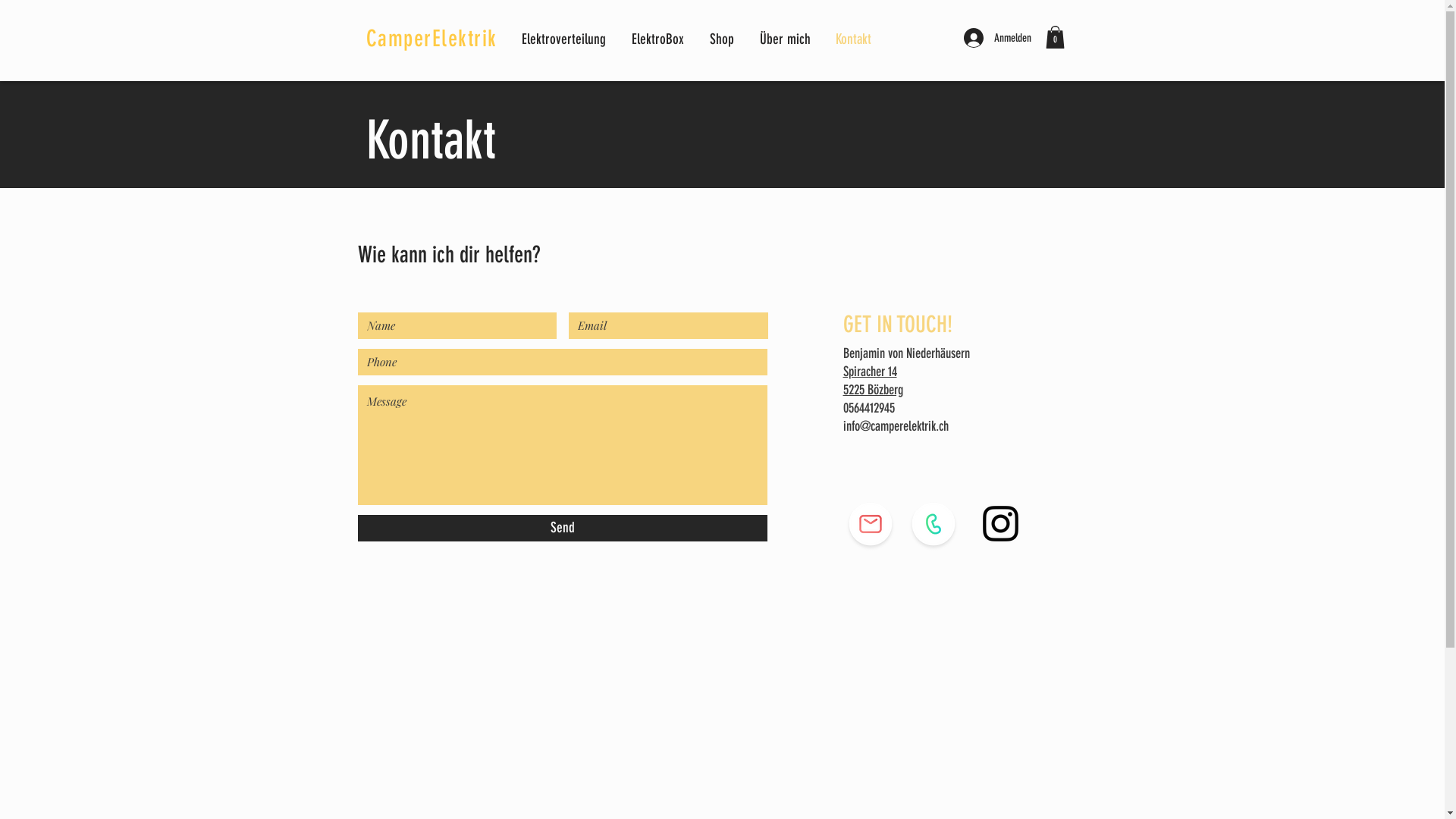 Image resolution: width=1456 pixels, height=819 pixels. I want to click on 'Elektroverteilung', so click(563, 38).